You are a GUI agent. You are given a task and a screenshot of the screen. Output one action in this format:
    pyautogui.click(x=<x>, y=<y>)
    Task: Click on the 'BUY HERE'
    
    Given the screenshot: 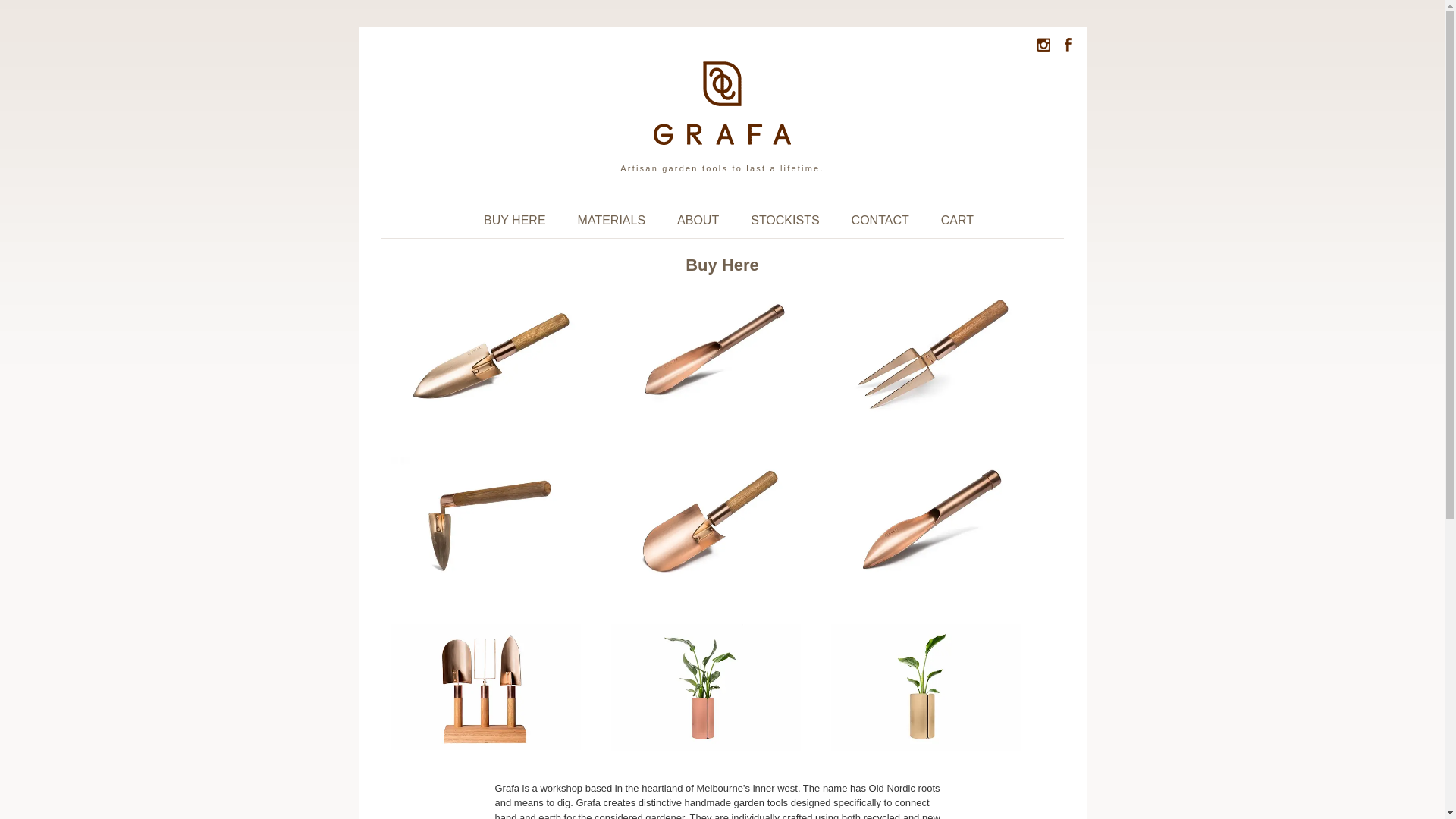 What is the action you would take?
    pyautogui.click(x=472, y=220)
    